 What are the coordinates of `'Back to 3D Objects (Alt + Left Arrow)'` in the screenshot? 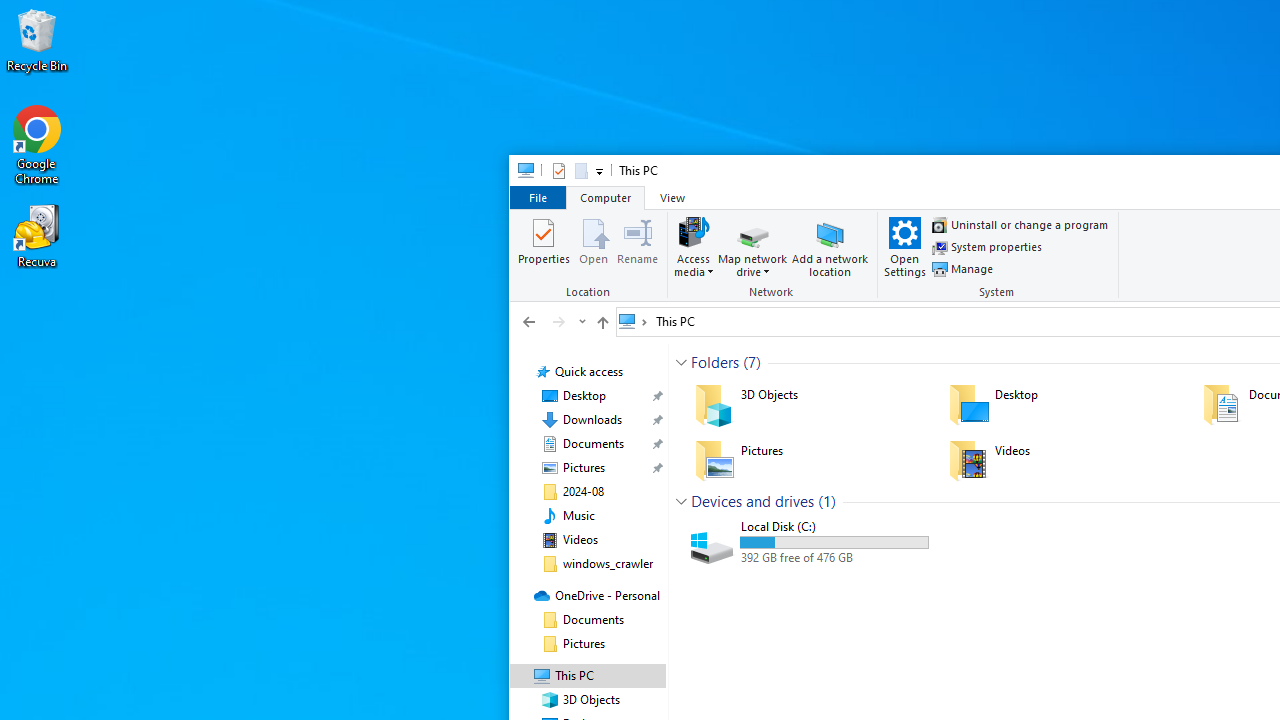 It's located at (529, 320).